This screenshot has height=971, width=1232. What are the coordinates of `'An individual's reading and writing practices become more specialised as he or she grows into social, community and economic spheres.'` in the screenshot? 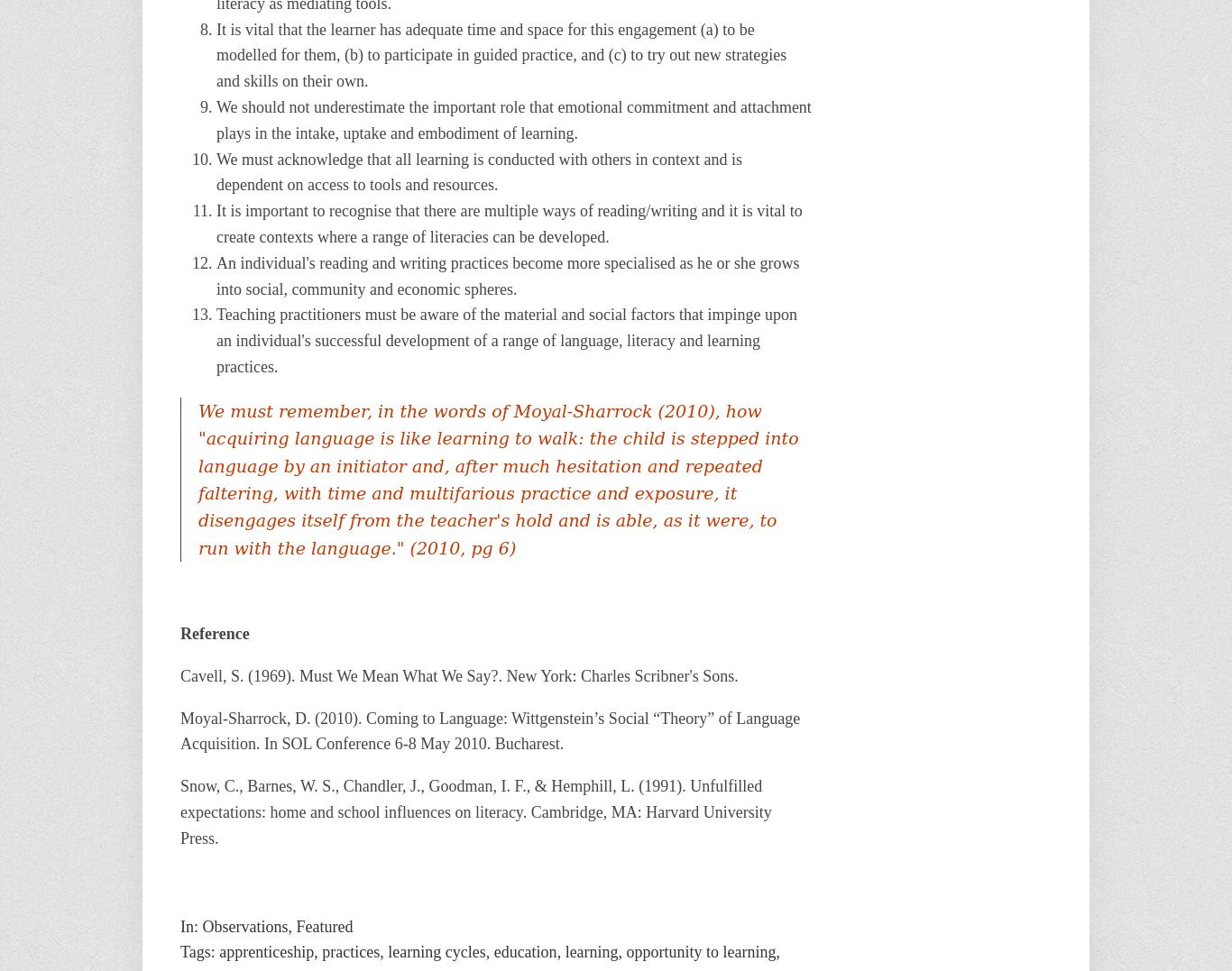 It's located at (508, 275).